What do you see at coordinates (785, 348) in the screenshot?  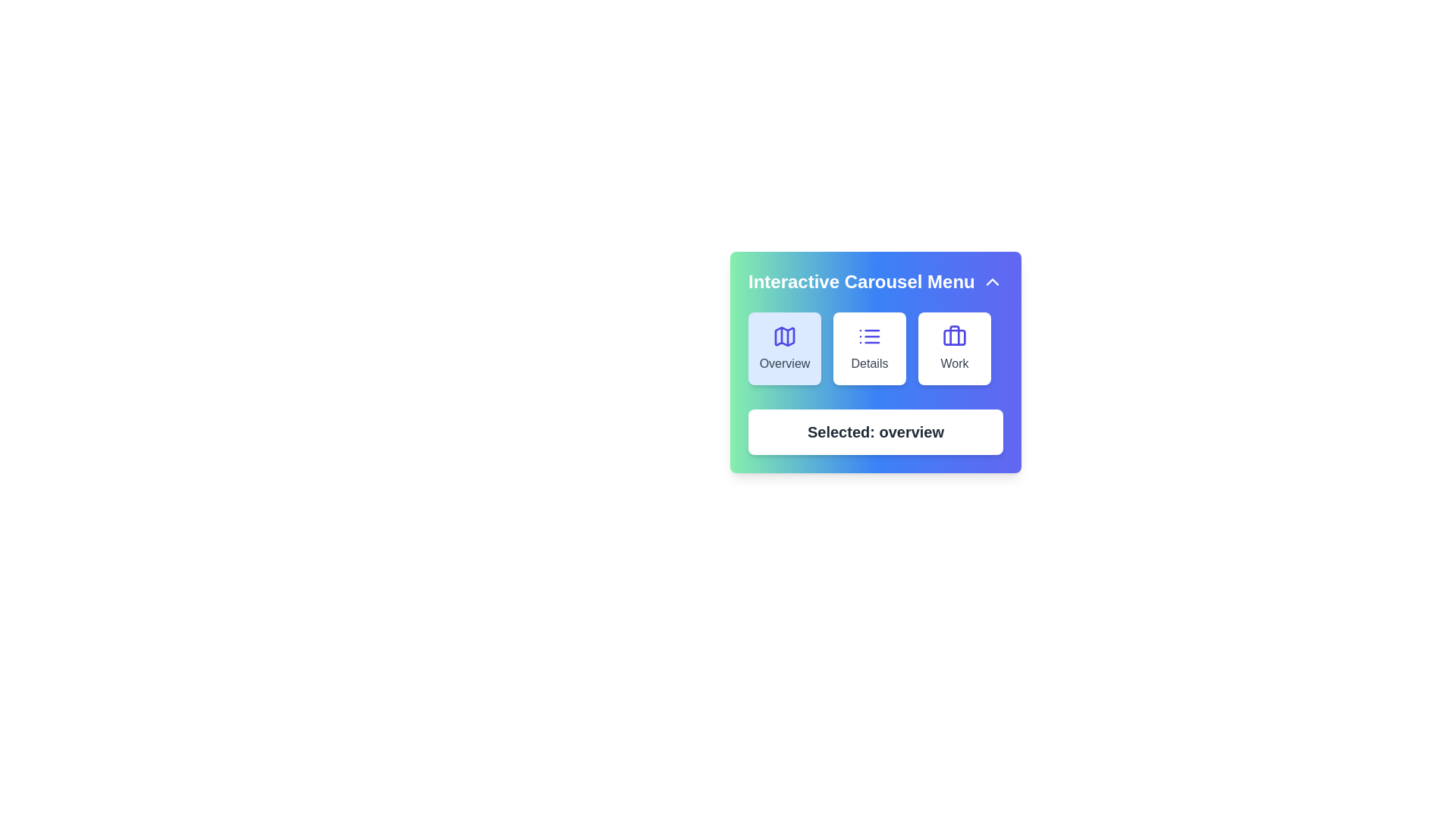 I see `the slide labeled Overview from the carousel` at bounding box center [785, 348].